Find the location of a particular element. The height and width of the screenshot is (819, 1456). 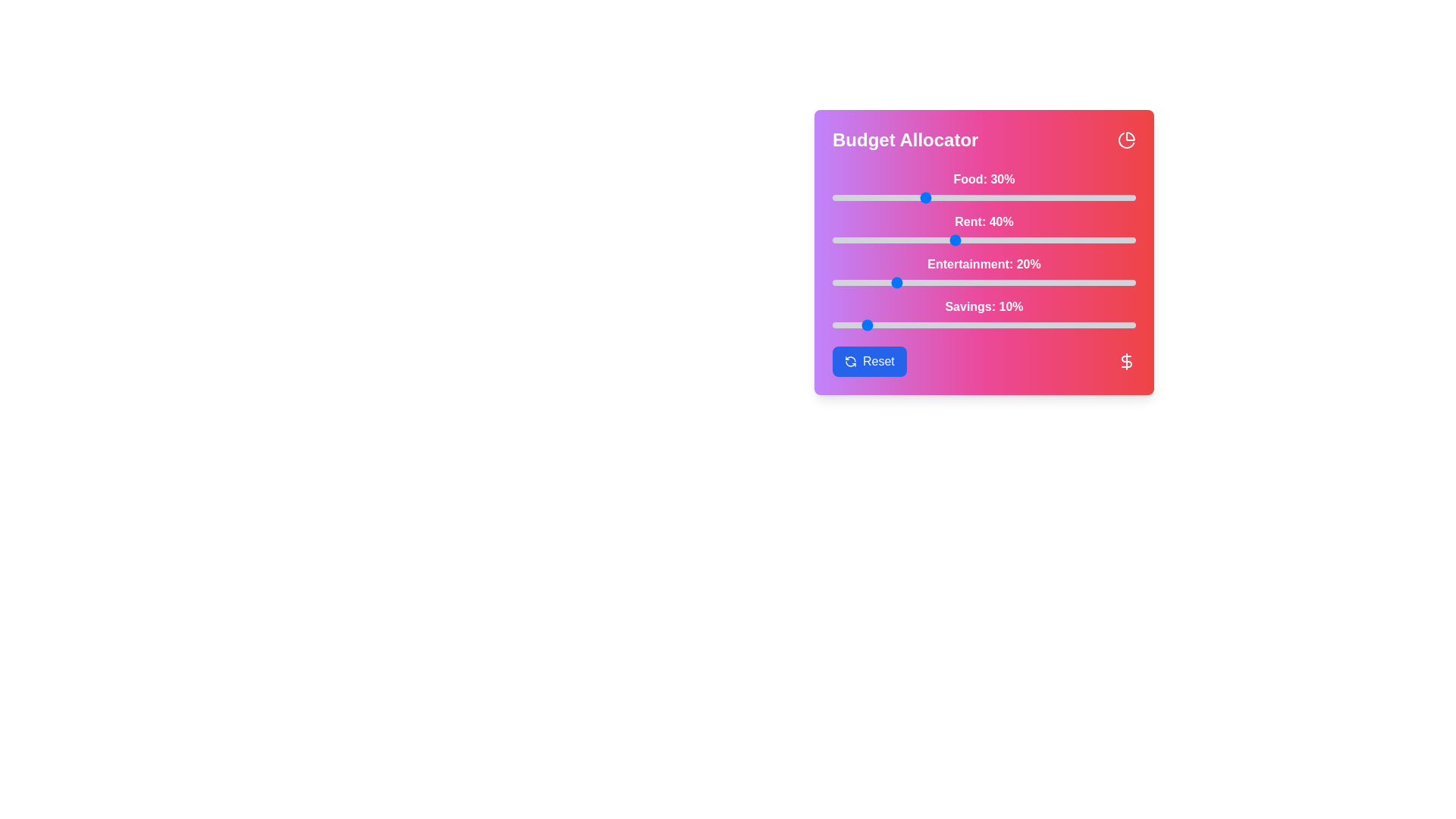

the 'Food' budget slider is located at coordinates (1121, 197).